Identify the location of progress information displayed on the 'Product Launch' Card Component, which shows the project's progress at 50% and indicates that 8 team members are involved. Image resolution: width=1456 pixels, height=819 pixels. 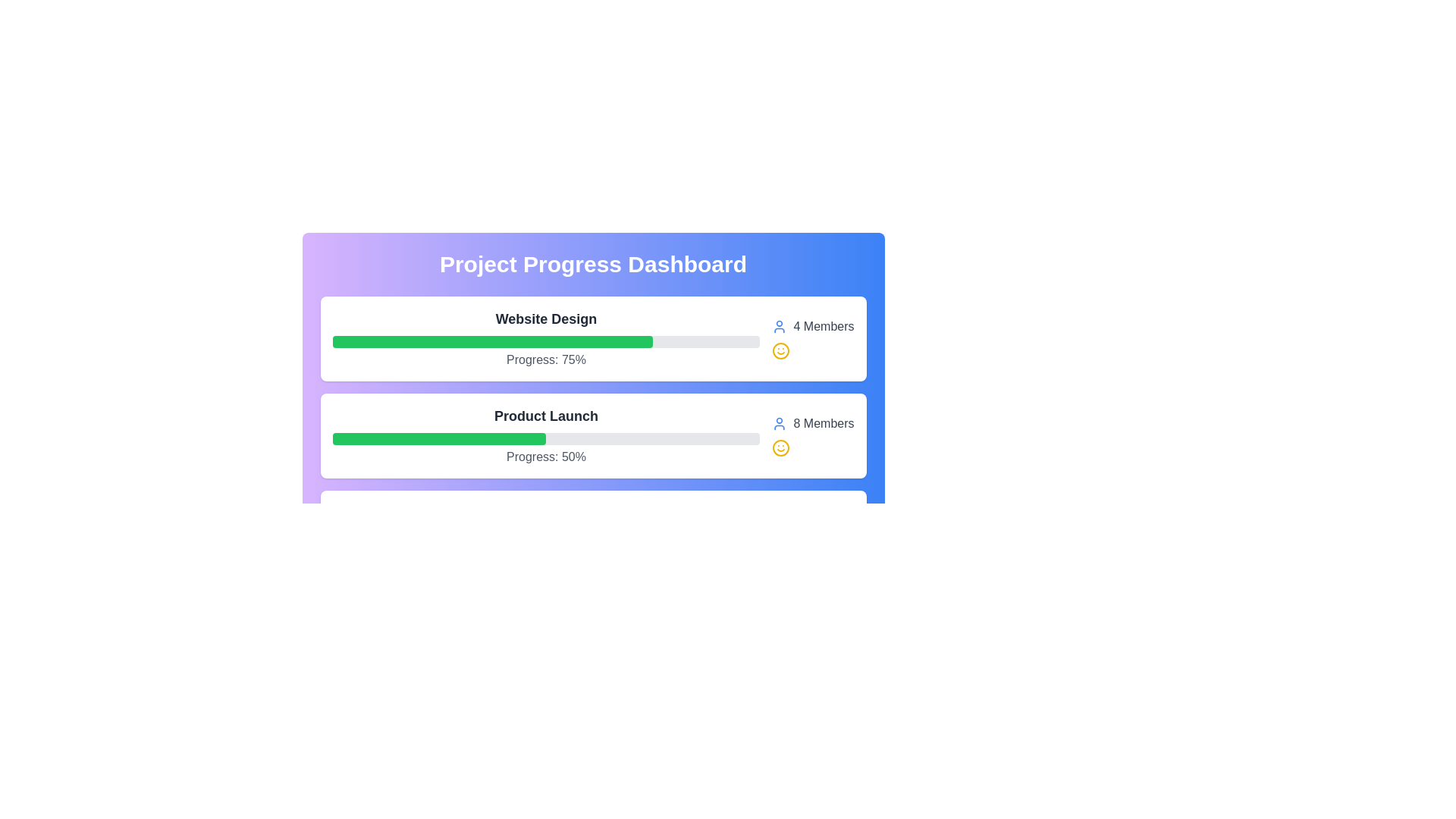
(592, 435).